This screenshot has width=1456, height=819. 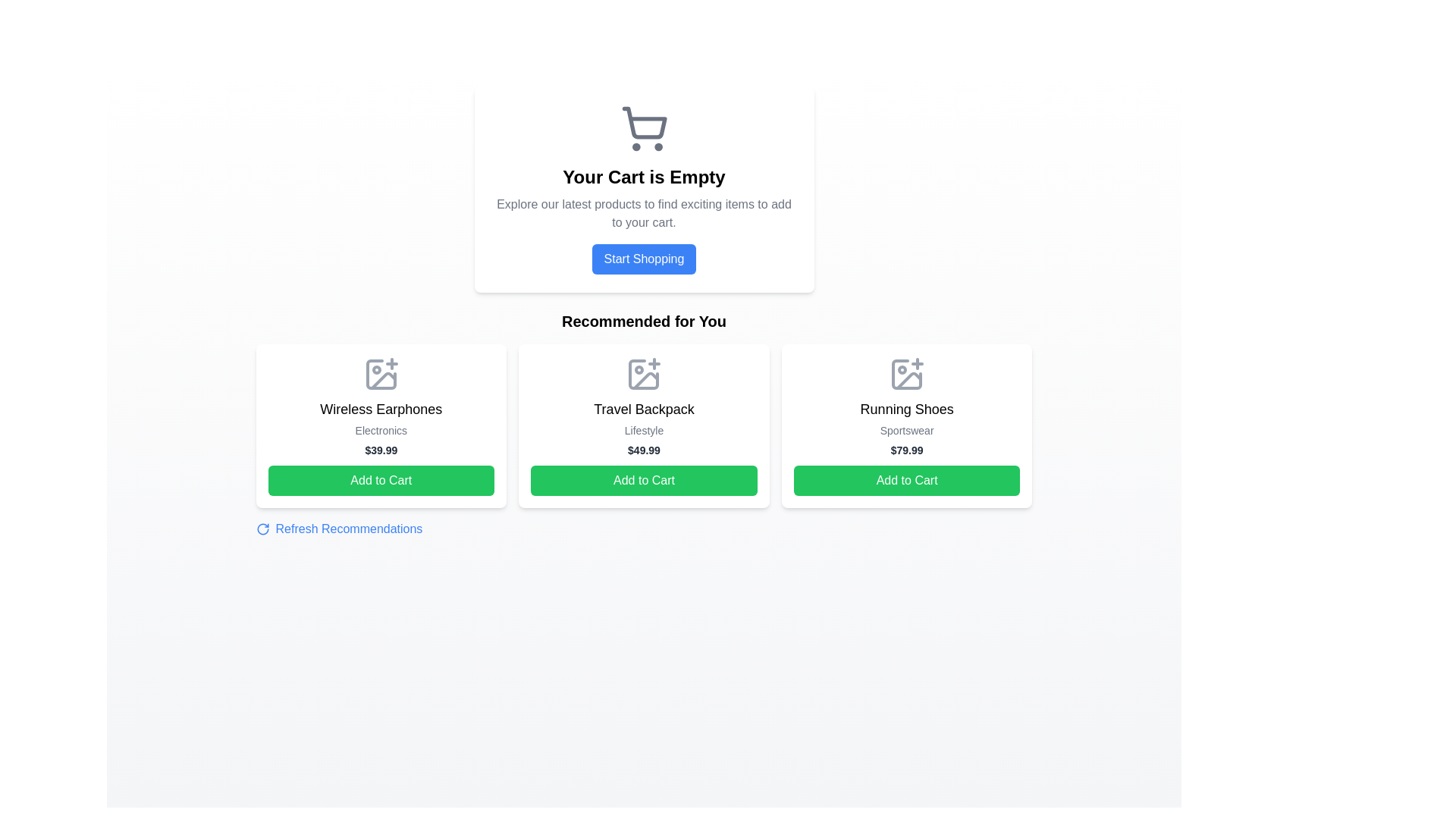 I want to click on the gray angular line component of the SVG icon located at the bottom-left of the 'Running Shoes' product card, so click(x=909, y=380).